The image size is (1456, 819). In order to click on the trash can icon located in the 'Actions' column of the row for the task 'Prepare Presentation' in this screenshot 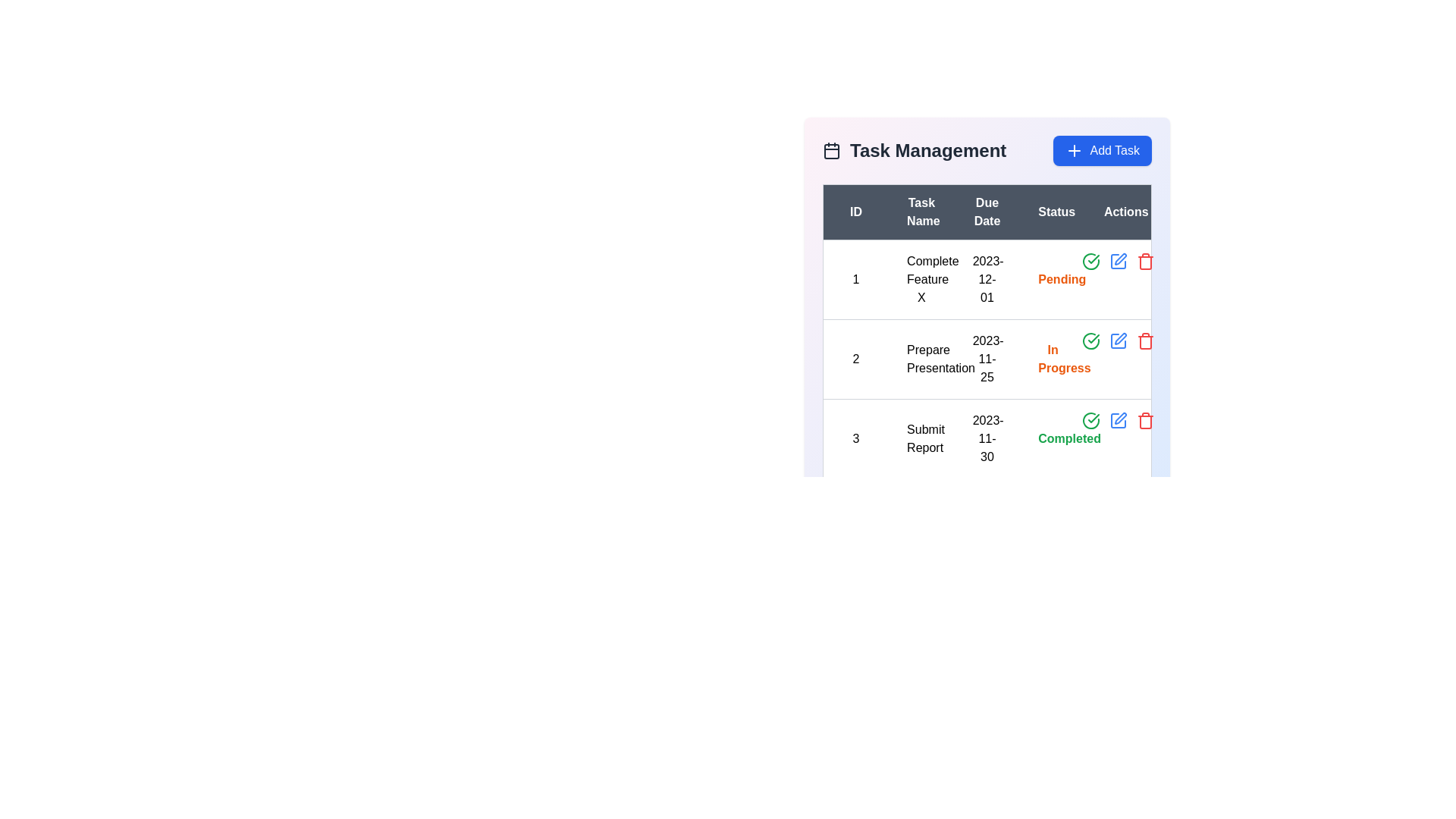, I will do `click(1145, 342)`.